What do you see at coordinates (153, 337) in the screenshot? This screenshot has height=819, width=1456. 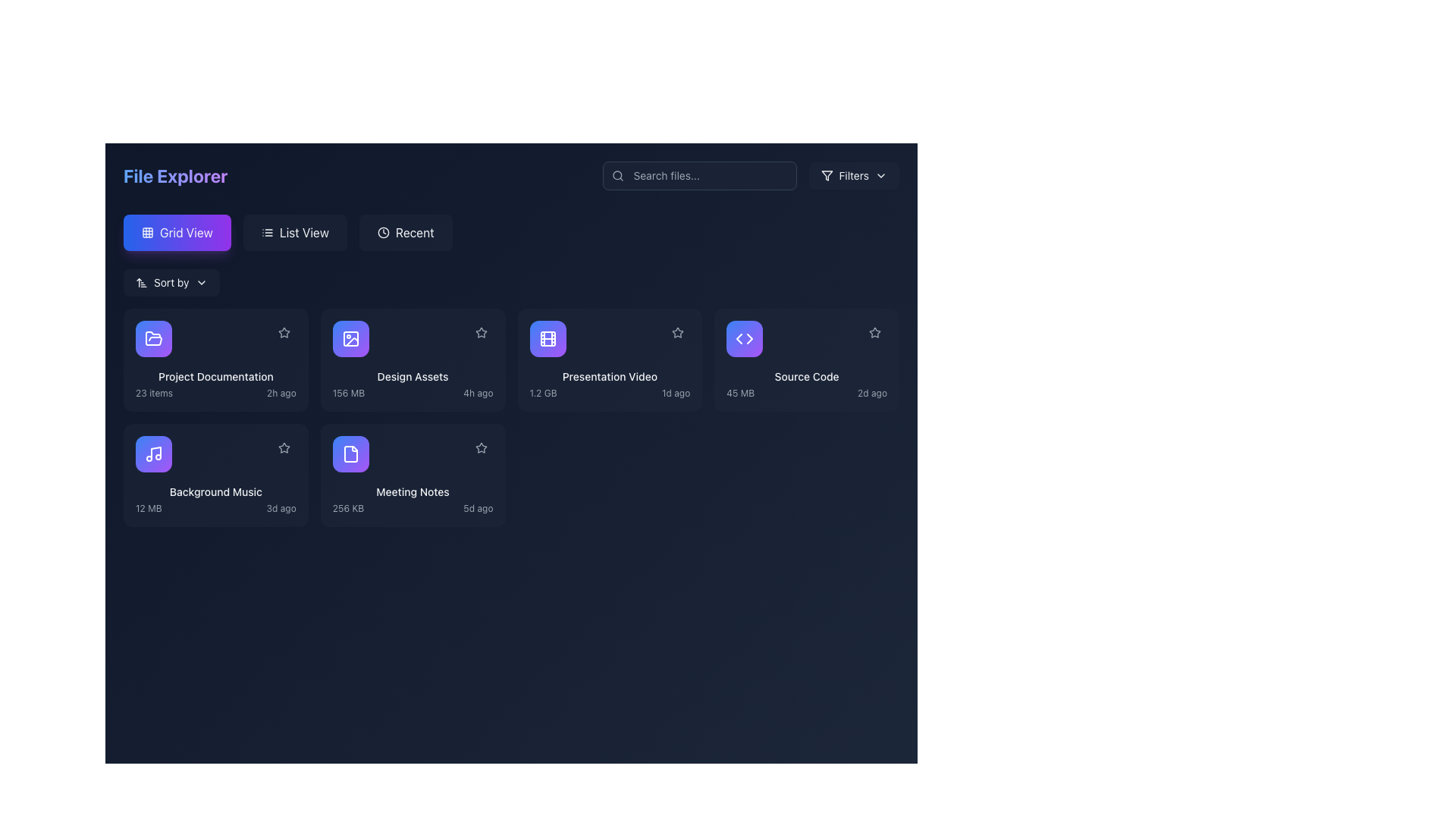 I see `the stylized purple folder icon with a white outline located in the first row and second column of the file grid interface, which is nested inside the 'Design Assets' card` at bounding box center [153, 337].